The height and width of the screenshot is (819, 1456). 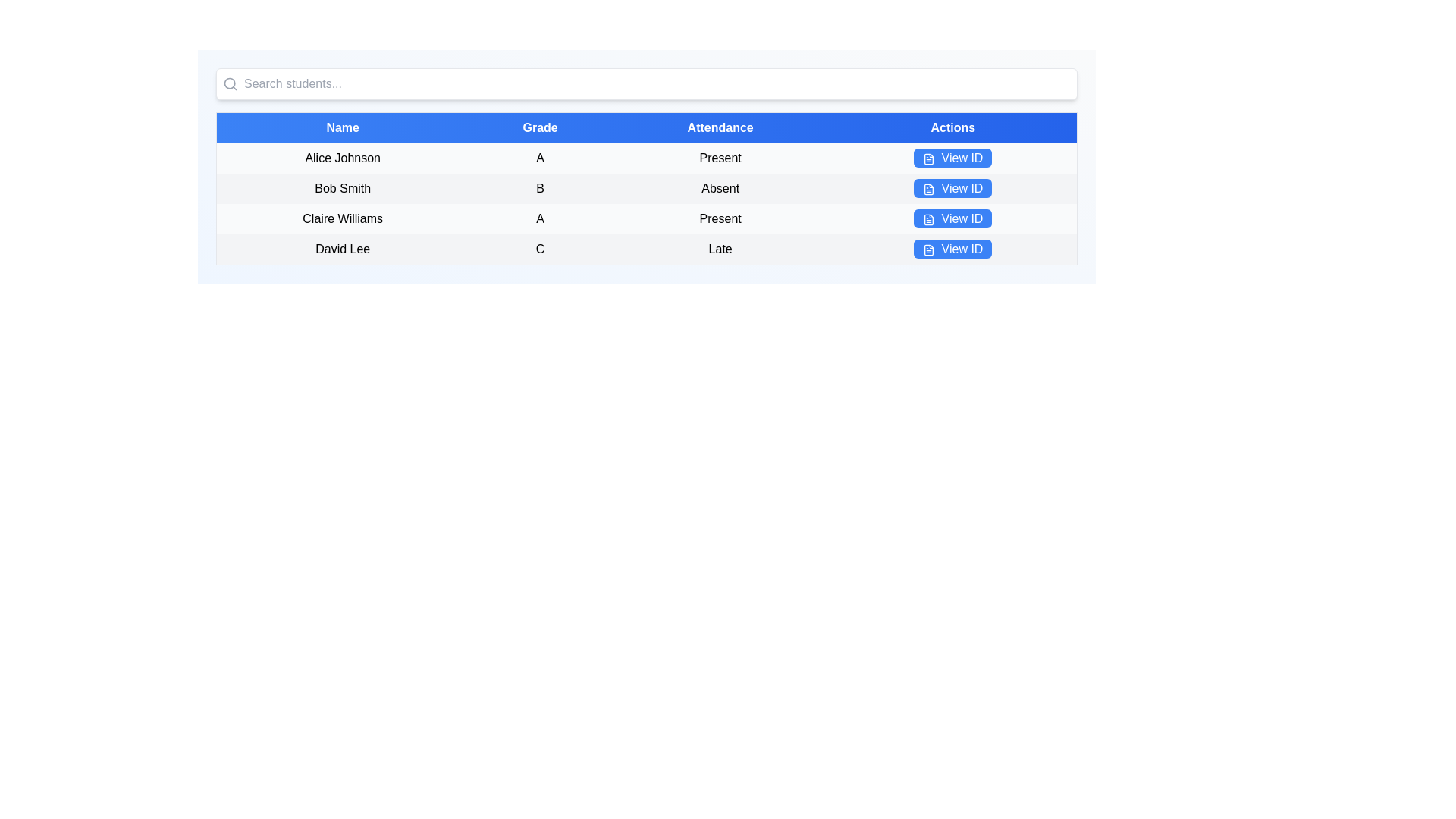 What do you see at coordinates (952, 218) in the screenshot?
I see `the action button for 'Claire Williams' located in the 'Actions' column` at bounding box center [952, 218].